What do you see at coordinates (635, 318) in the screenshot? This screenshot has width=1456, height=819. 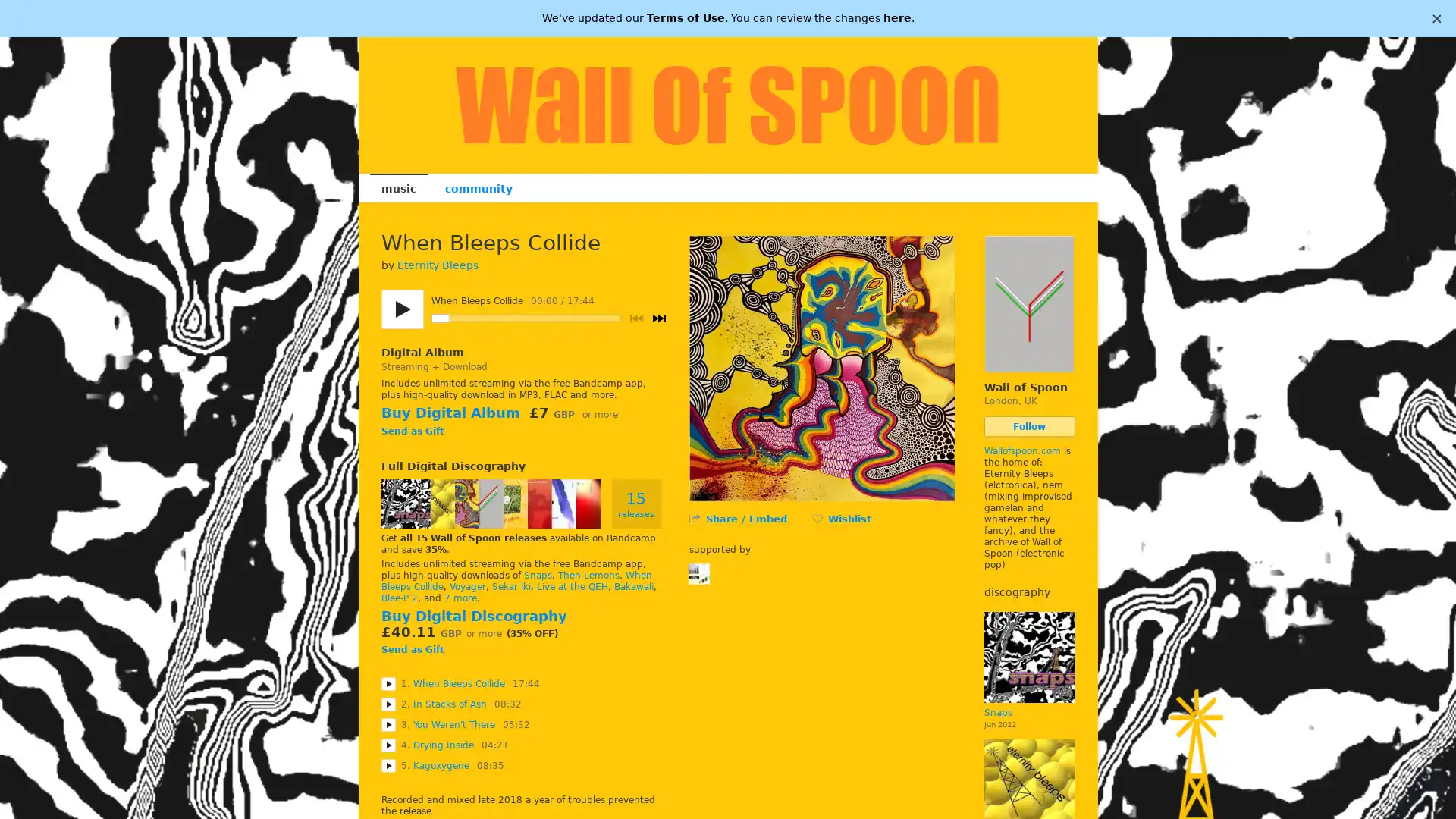 I see `Previous track` at bounding box center [635, 318].